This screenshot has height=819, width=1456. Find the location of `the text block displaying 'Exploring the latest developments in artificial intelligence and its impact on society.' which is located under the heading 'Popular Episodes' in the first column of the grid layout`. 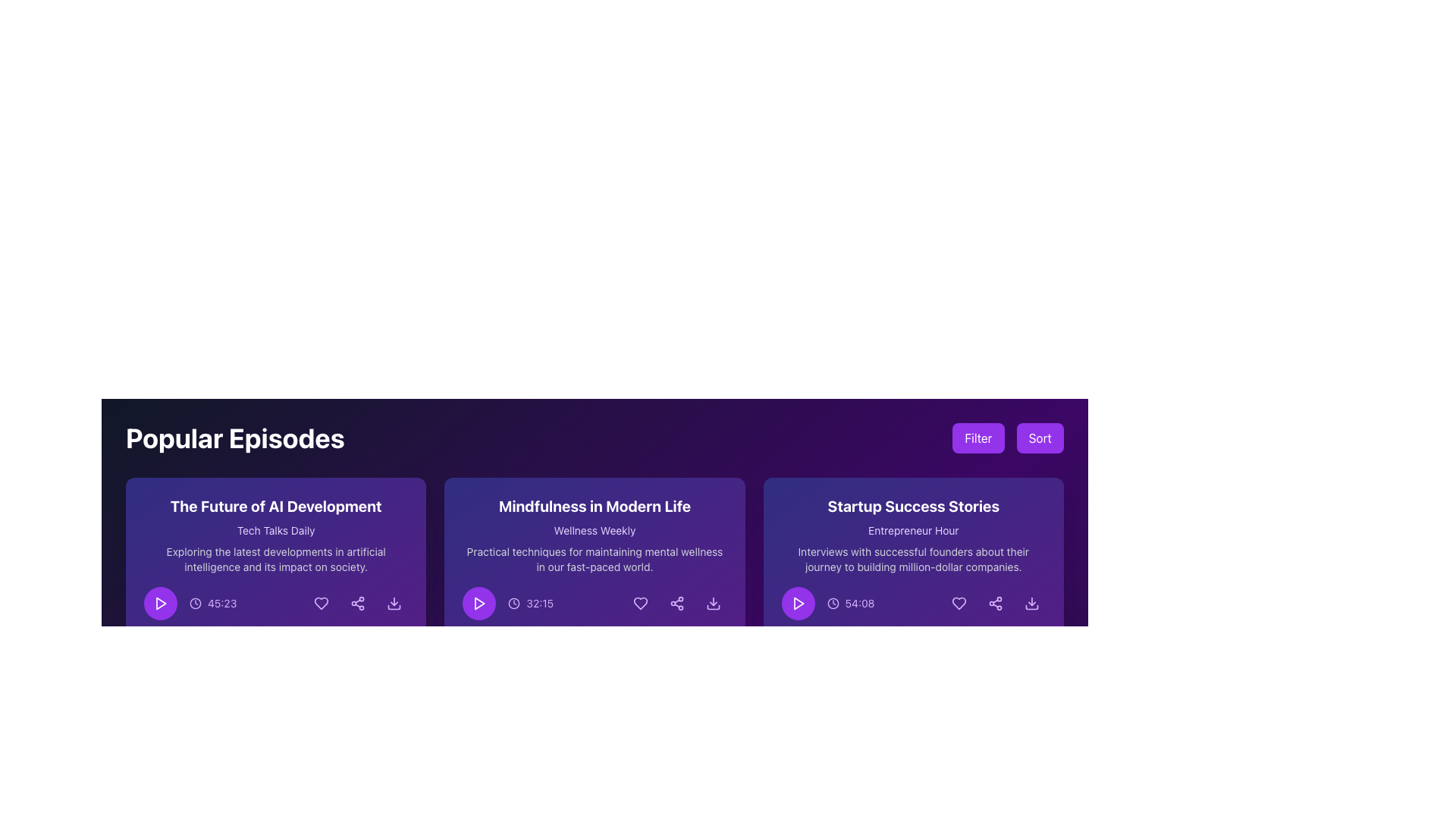

the text block displaying 'Exploring the latest developments in artificial intelligence and its impact on society.' which is located under the heading 'Popular Episodes' in the first column of the grid layout is located at coordinates (276, 559).